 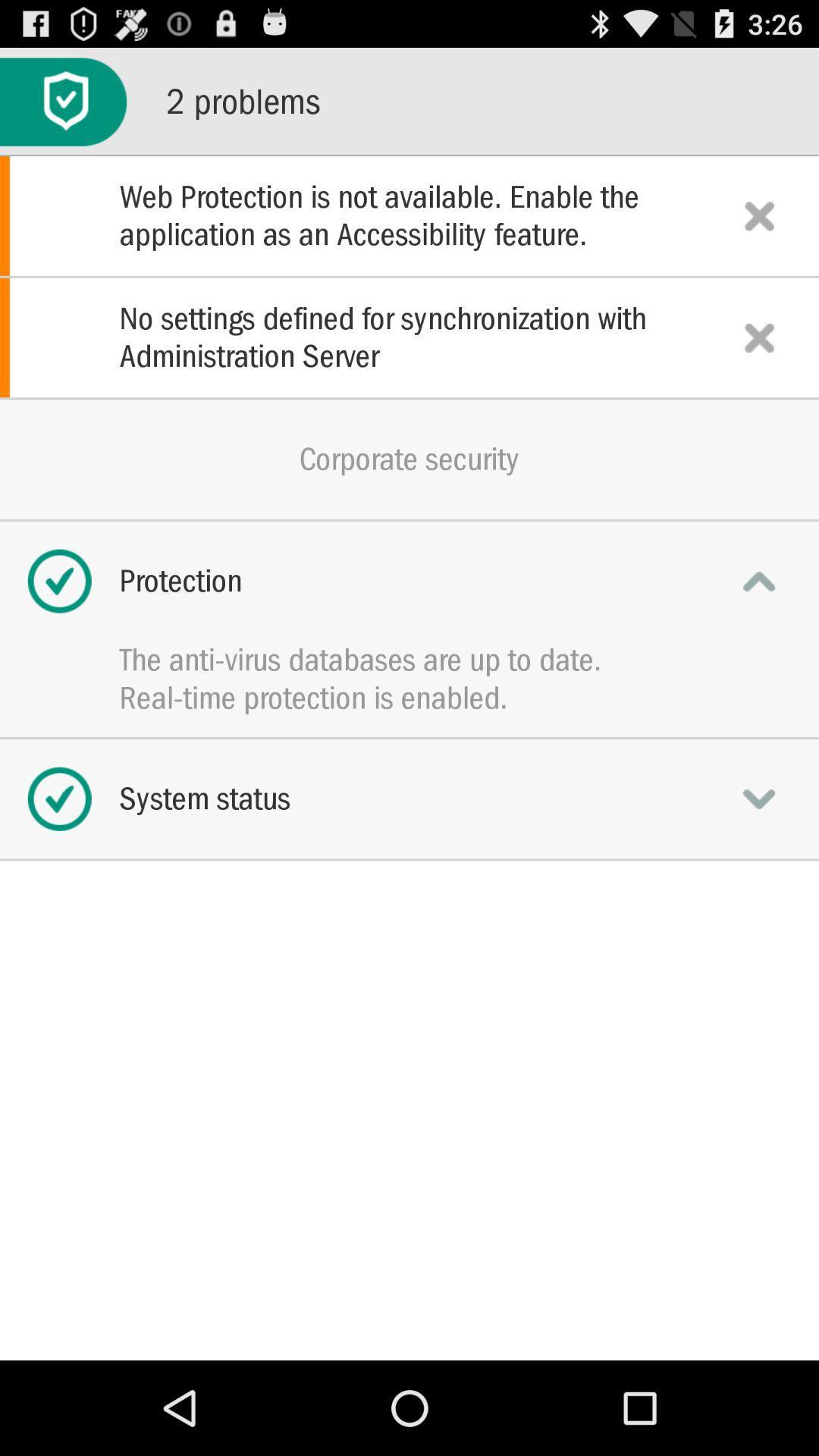 What do you see at coordinates (62, 101) in the screenshot?
I see `item next to 2 problems` at bounding box center [62, 101].